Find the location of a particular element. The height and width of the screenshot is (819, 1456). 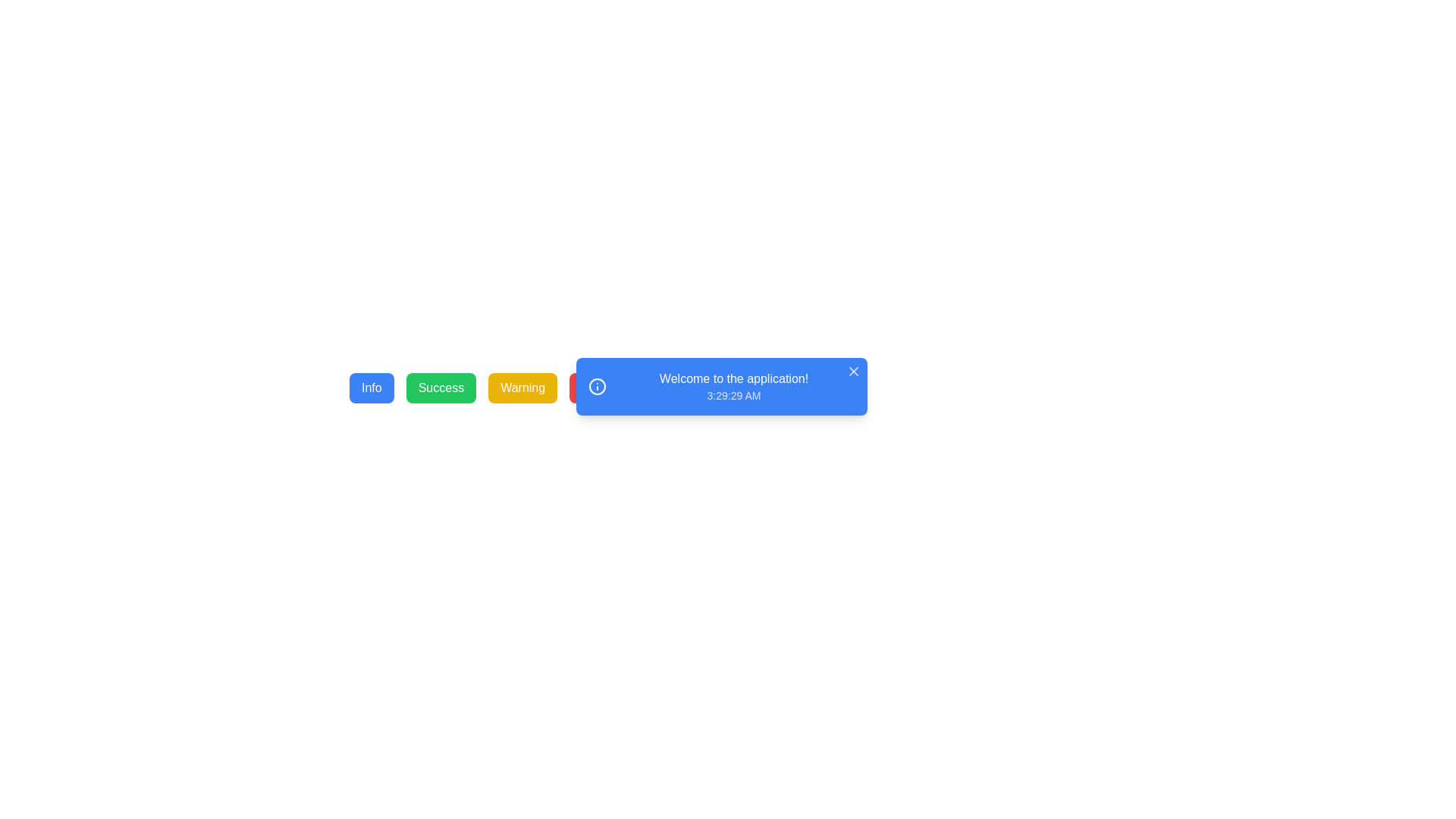

message displayed in the text label saying 'Welcome to the application!' which is centered horizontally at the top of the notification component is located at coordinates (734, 378).